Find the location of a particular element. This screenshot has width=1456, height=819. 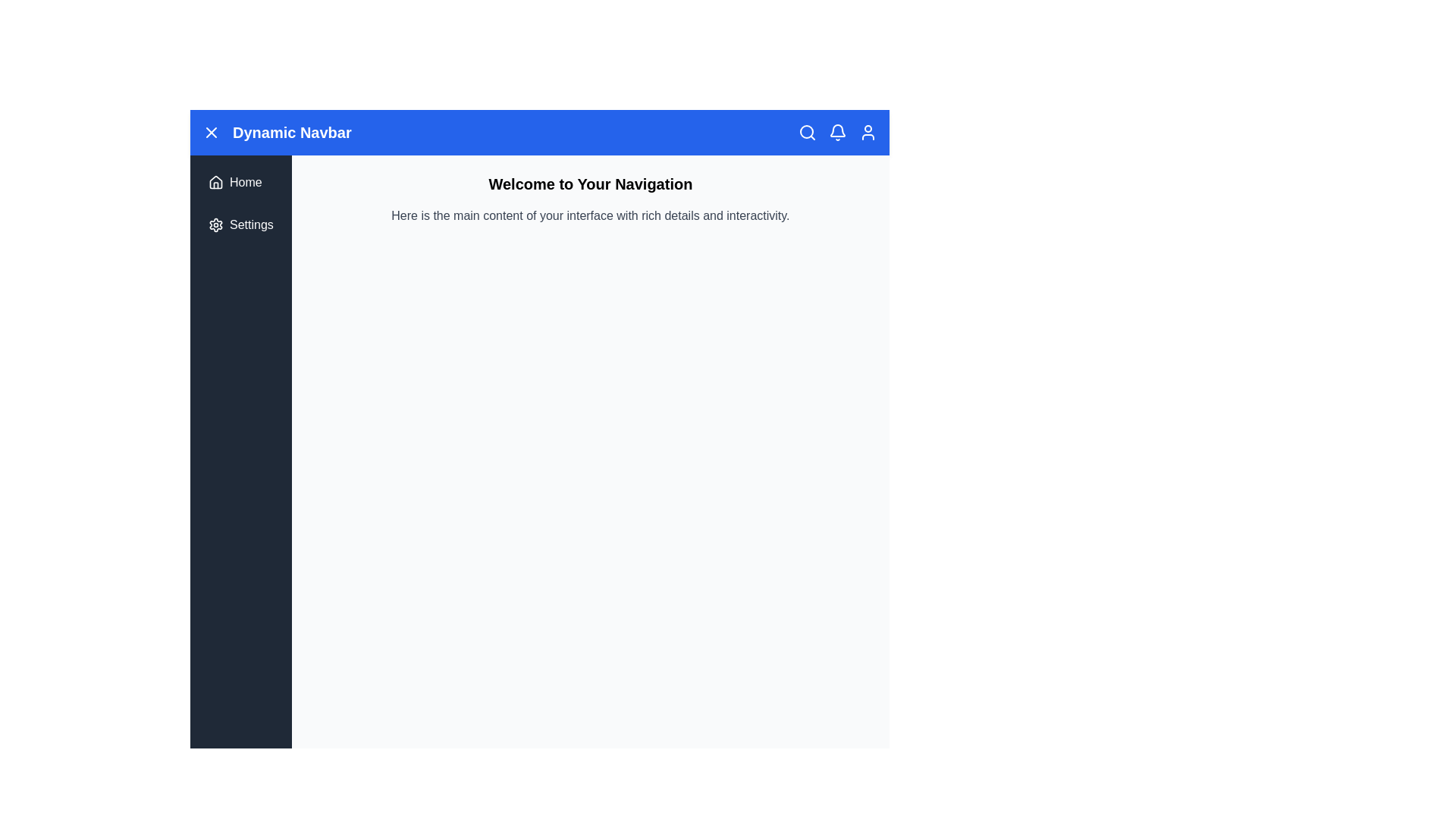

the 'Home' icon in the sidebar navigation menu is located at coordinates (215, 180).